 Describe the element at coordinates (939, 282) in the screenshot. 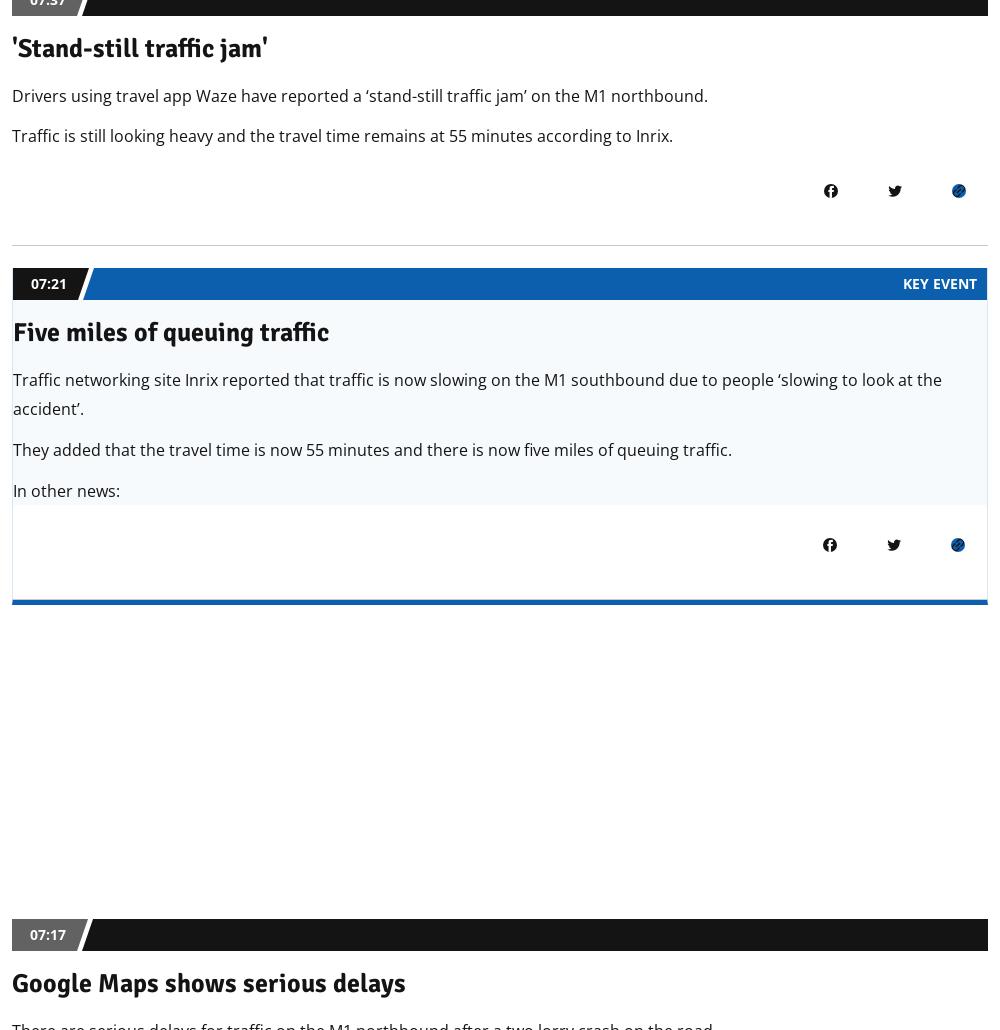

I see `'KEY EVENT'` at that location.